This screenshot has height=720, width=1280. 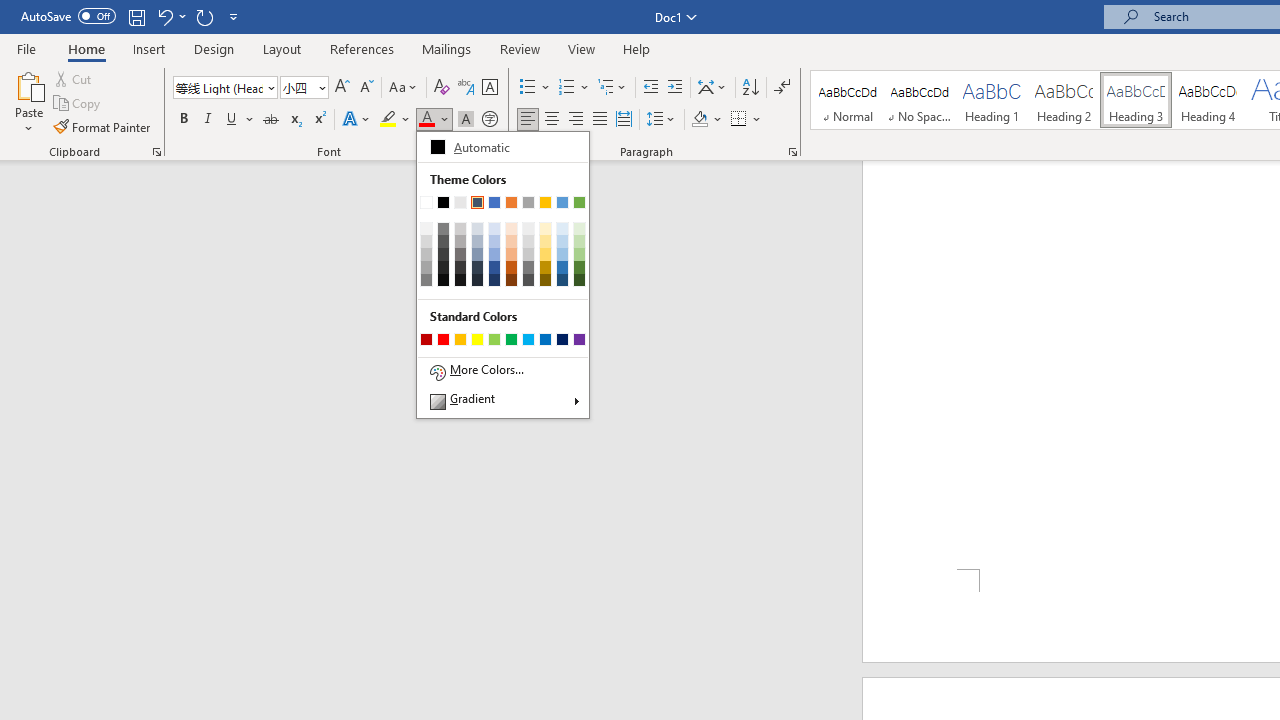 What do you see at coordinates (388, 119) in the screenshot?
I see `'Text Highlight Color Yellow'` at bounding box center [388, 119].